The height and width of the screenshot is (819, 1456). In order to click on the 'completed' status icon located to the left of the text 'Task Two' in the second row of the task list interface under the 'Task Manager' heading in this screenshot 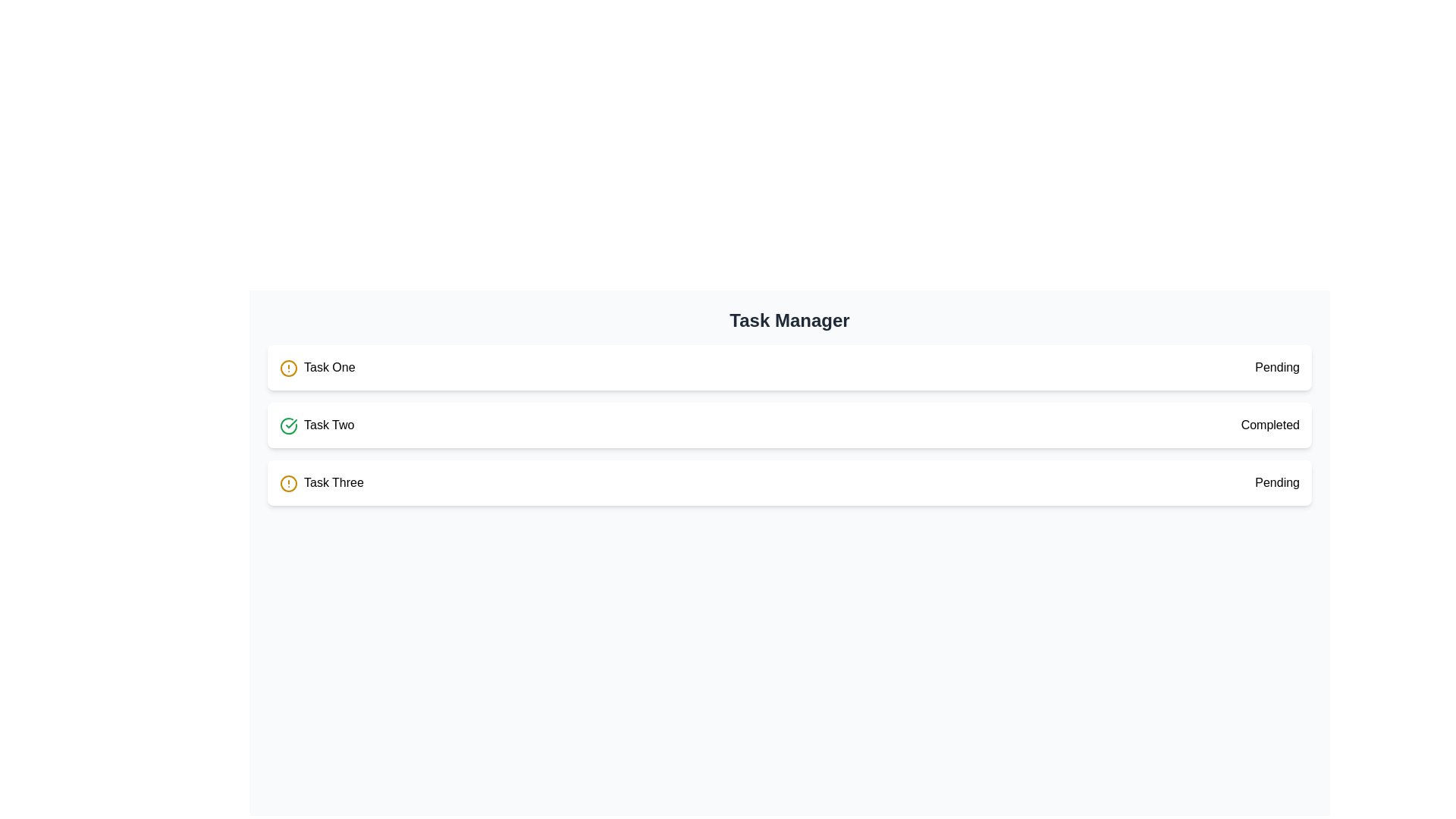, I will do `click(288, 426)`.